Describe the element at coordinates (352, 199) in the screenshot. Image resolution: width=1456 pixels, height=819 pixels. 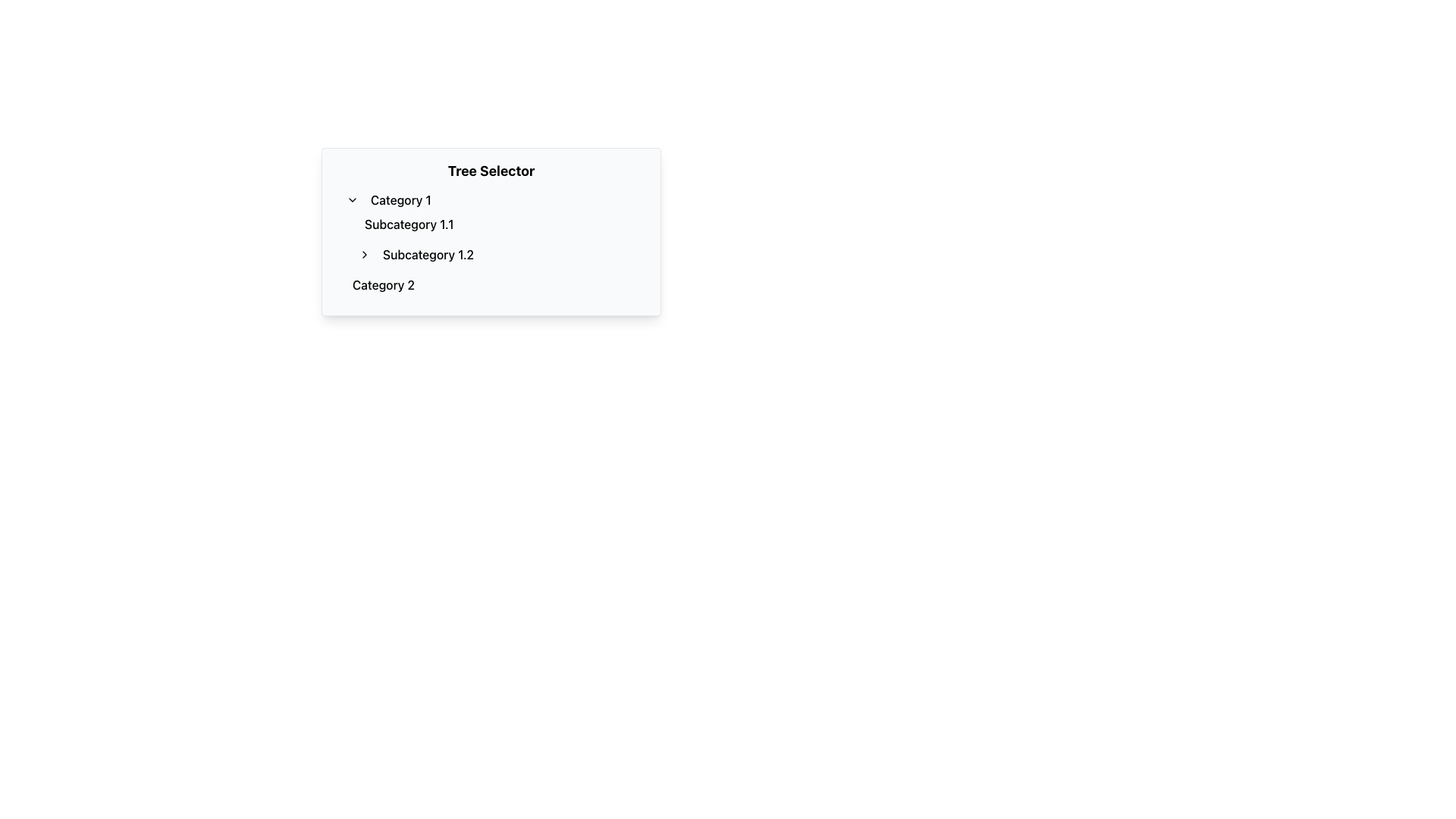
I see `the downward-pointing chevron icon button located to the left of the text 'Category 1'` at that location.